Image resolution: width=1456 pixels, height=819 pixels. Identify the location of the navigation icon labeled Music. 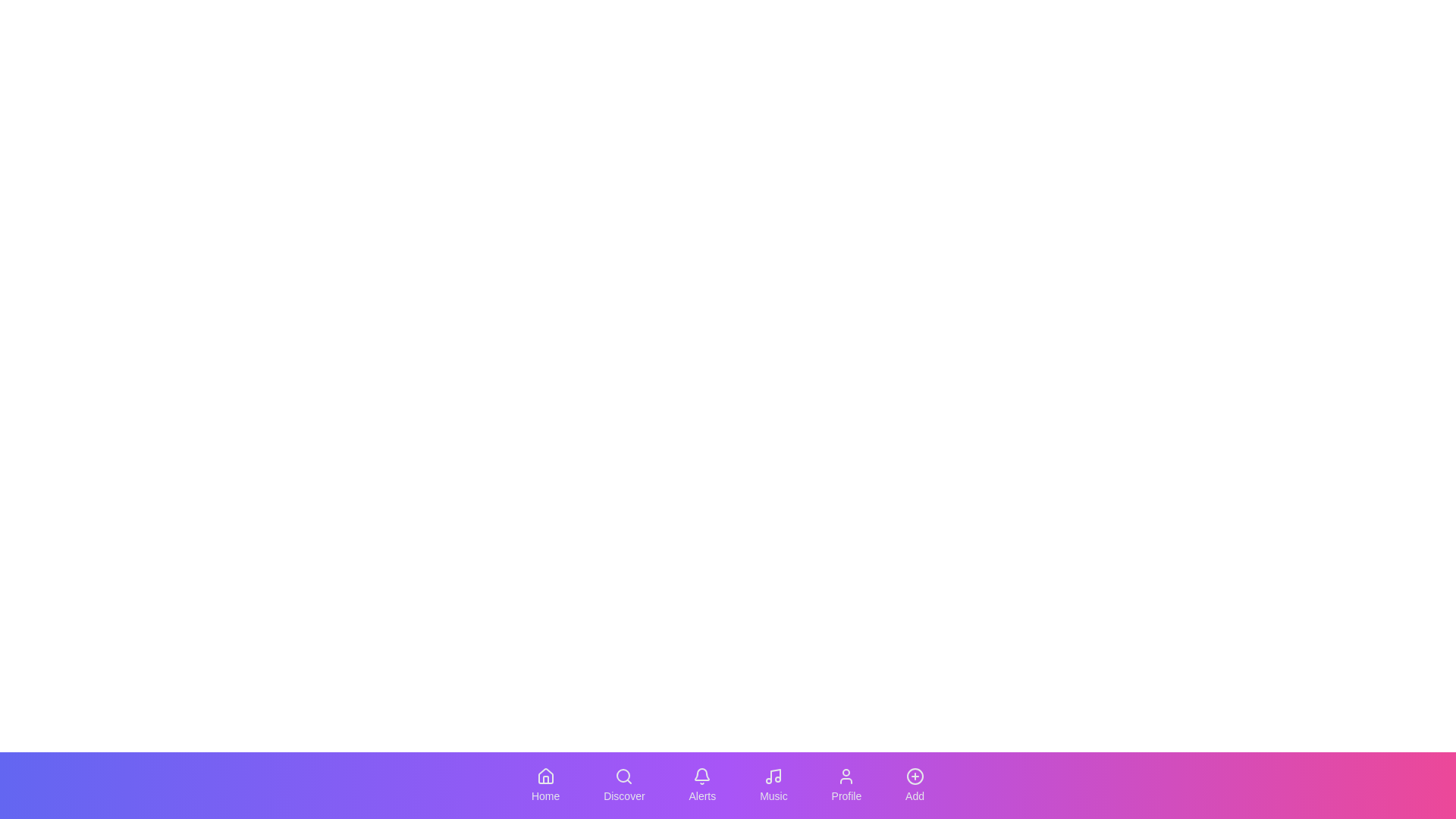
(773, 785).